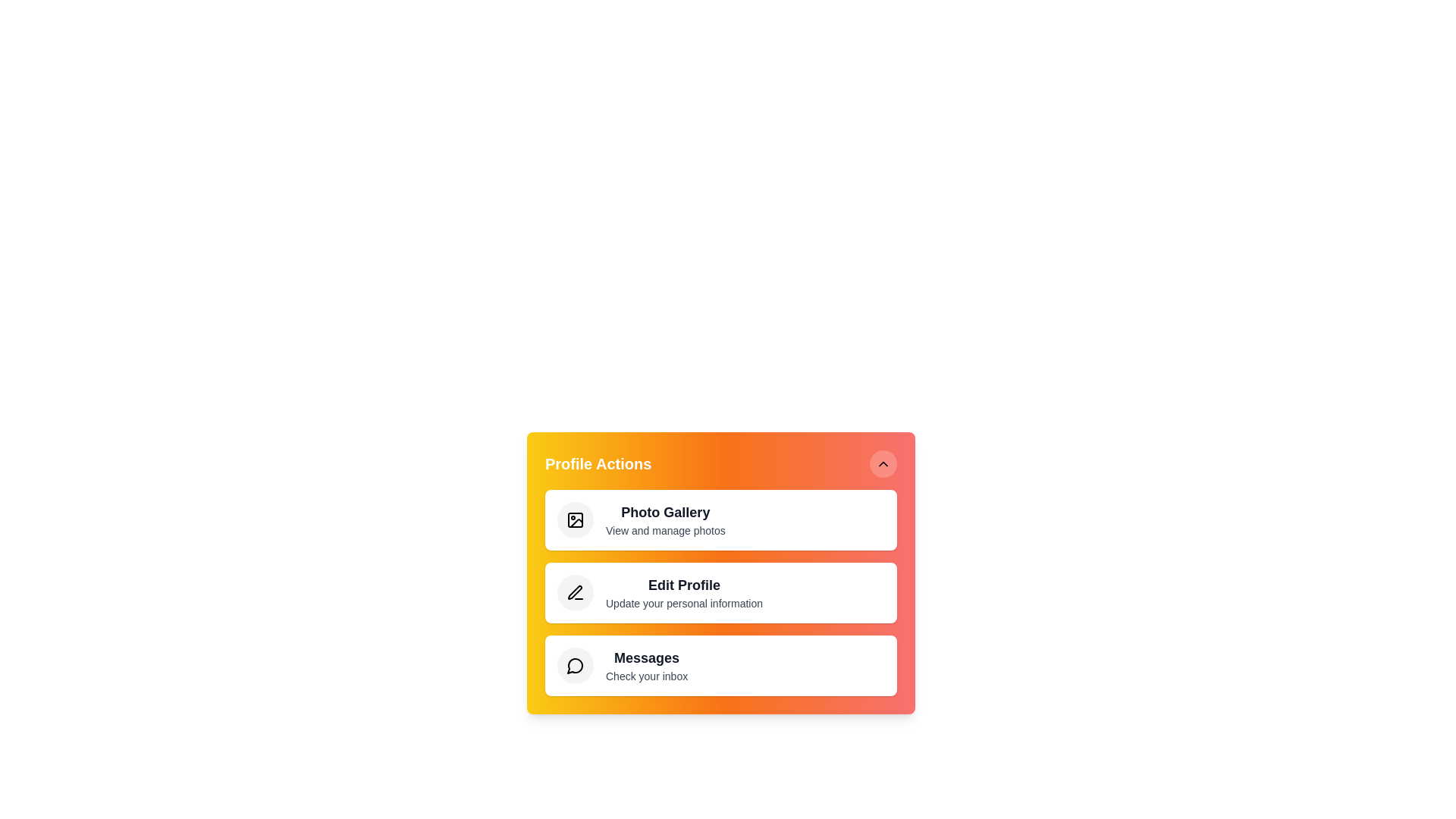 The width and height of the screenshot is (1456, 819). What do you see at coordinates (720, 592) in the screenshot?
I see `the 'Edit Profile' action in the ProfileActionMenu component` at bounding box center [720, 592].